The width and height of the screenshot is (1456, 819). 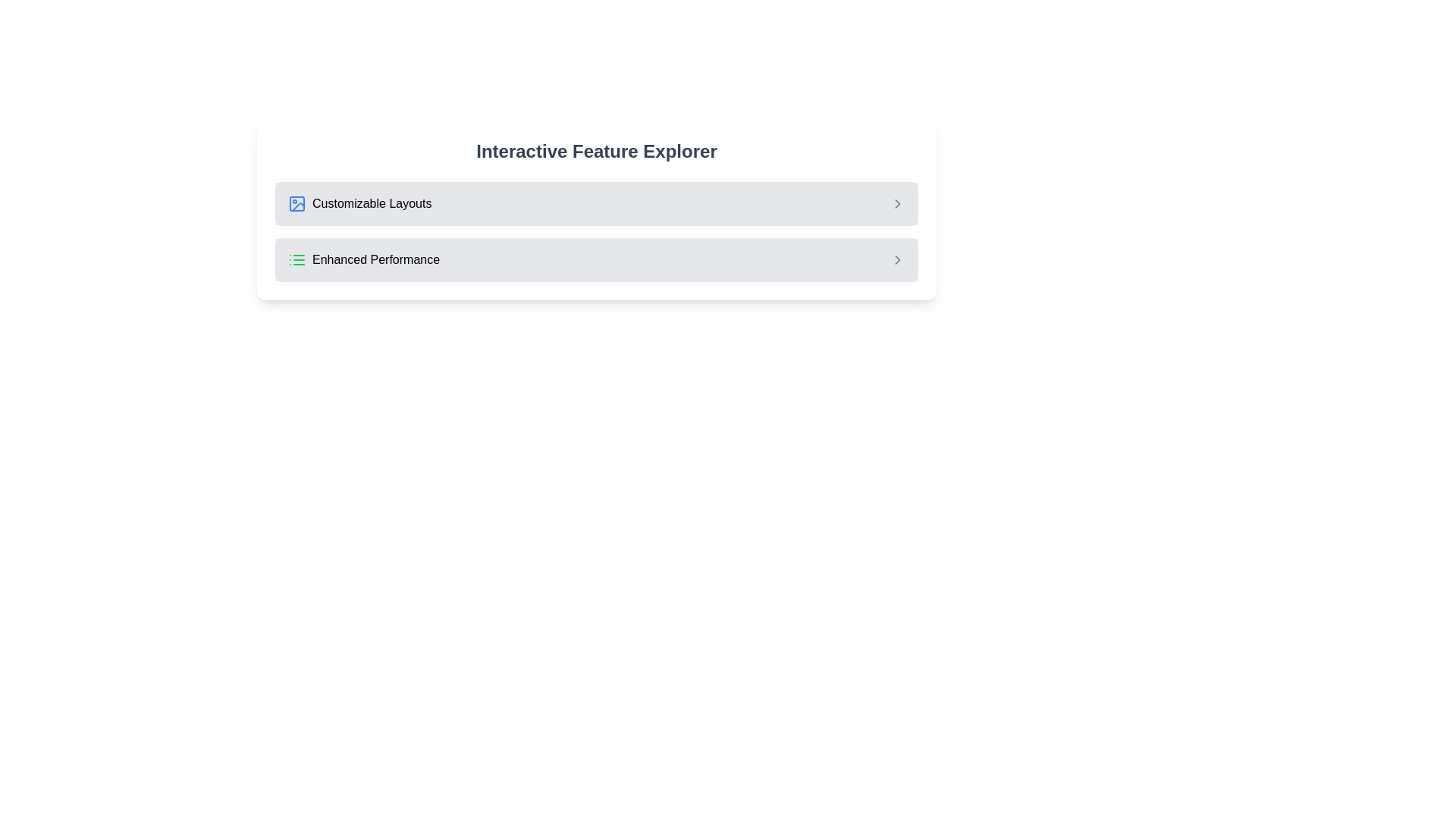 I want to click on the 'Customizable Layouts' text label, which is styled with a medium-weight font and located next to the icon in the first item of a vertical list, so click(x=372, y=203).